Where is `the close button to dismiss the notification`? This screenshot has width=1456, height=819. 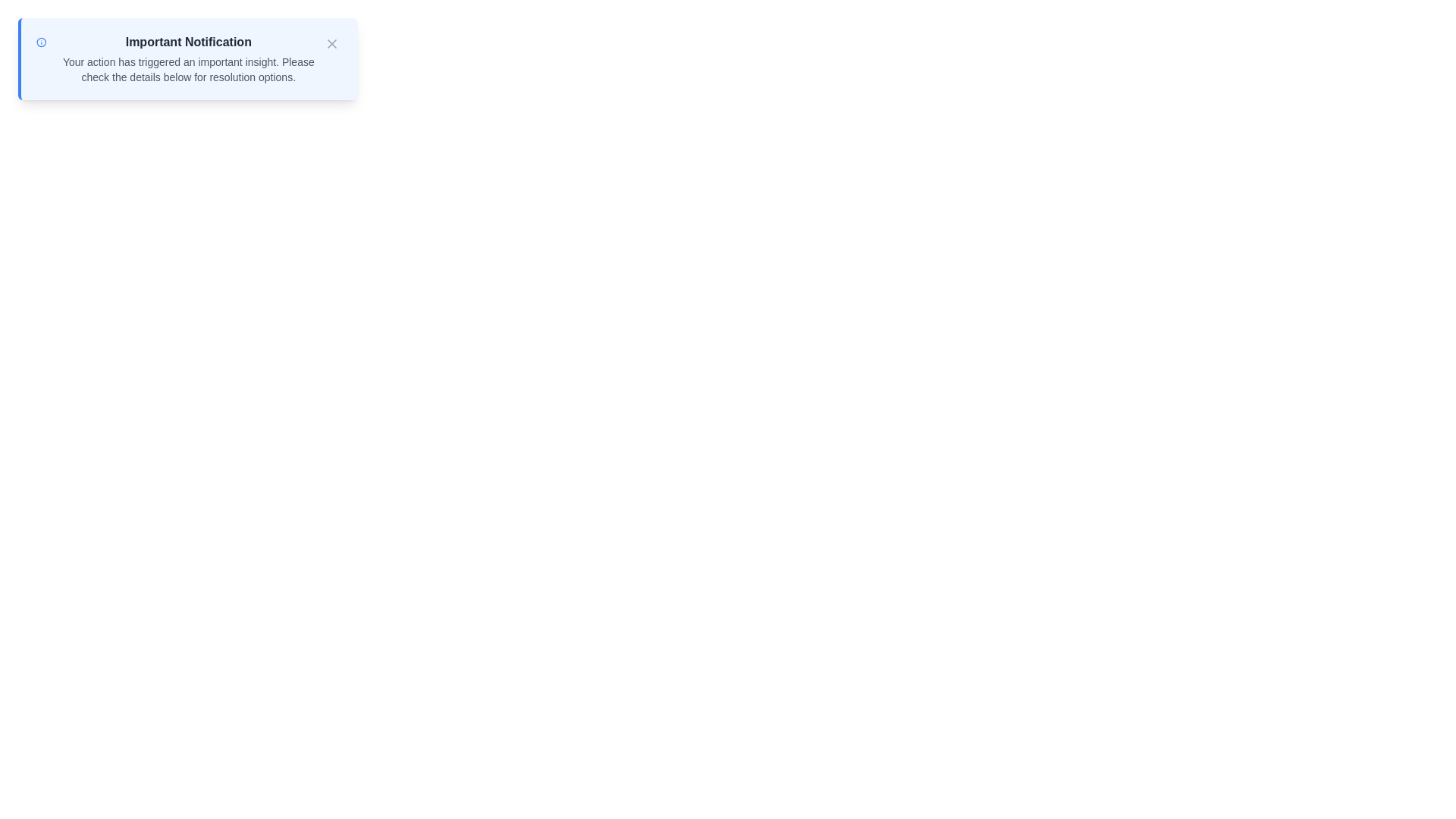
the close button to dismiss the notification is located at coordinates (331, 42).